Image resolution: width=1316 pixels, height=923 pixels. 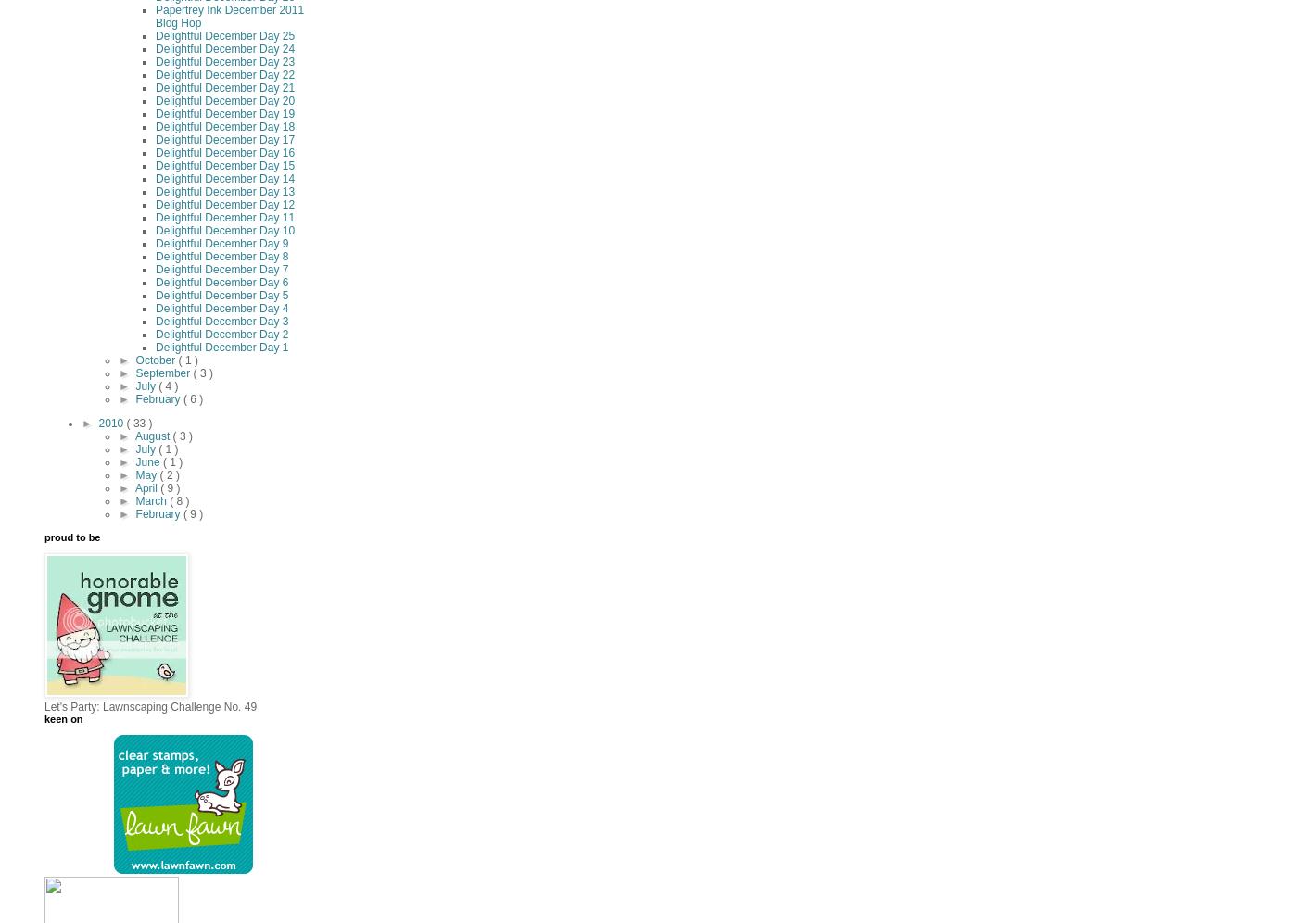 I want to click on 'Delightful December Day 10', so click(x=224, y=231).